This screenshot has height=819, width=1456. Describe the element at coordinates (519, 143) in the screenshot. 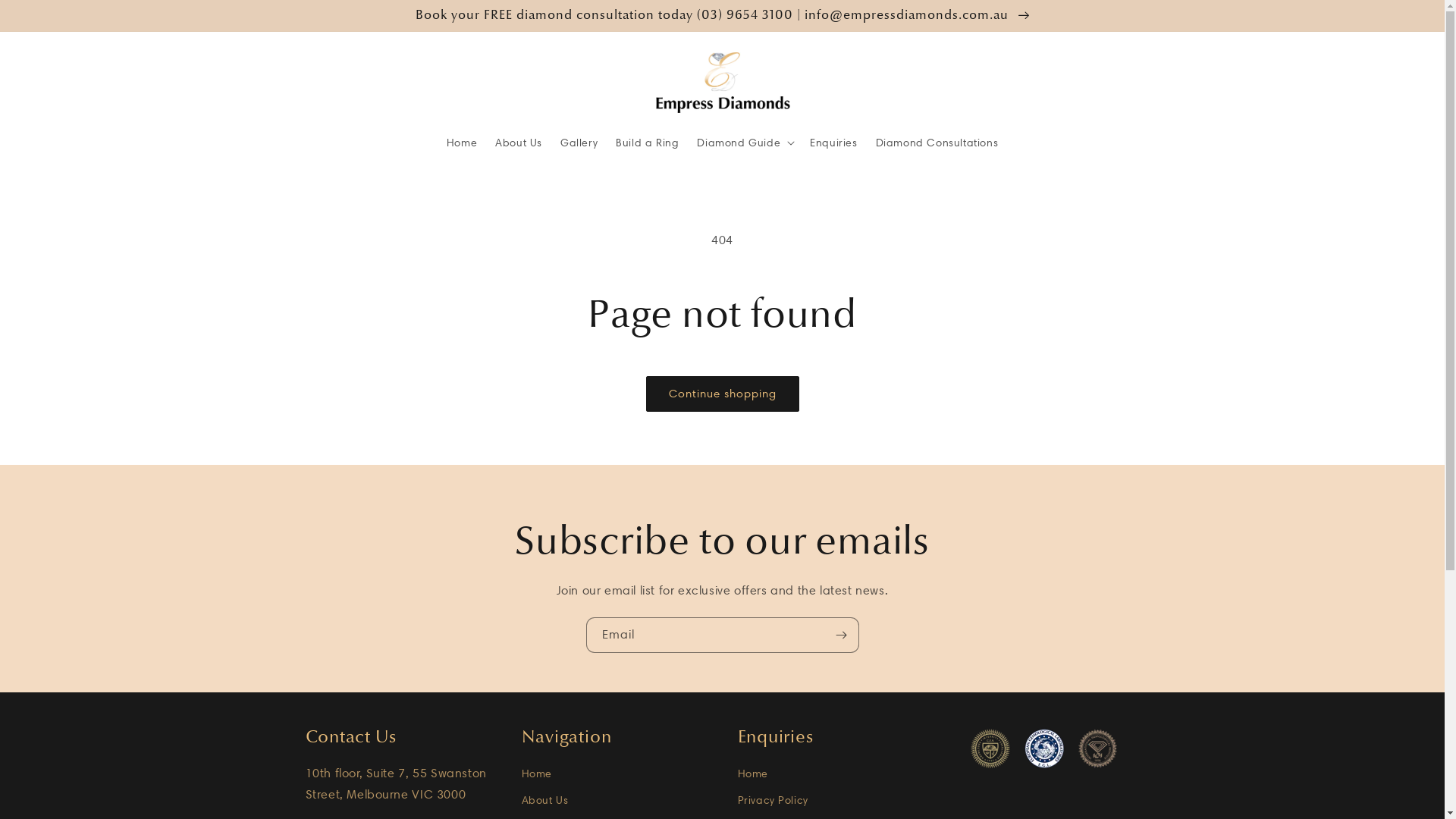

I see `'About Us'` at that location.